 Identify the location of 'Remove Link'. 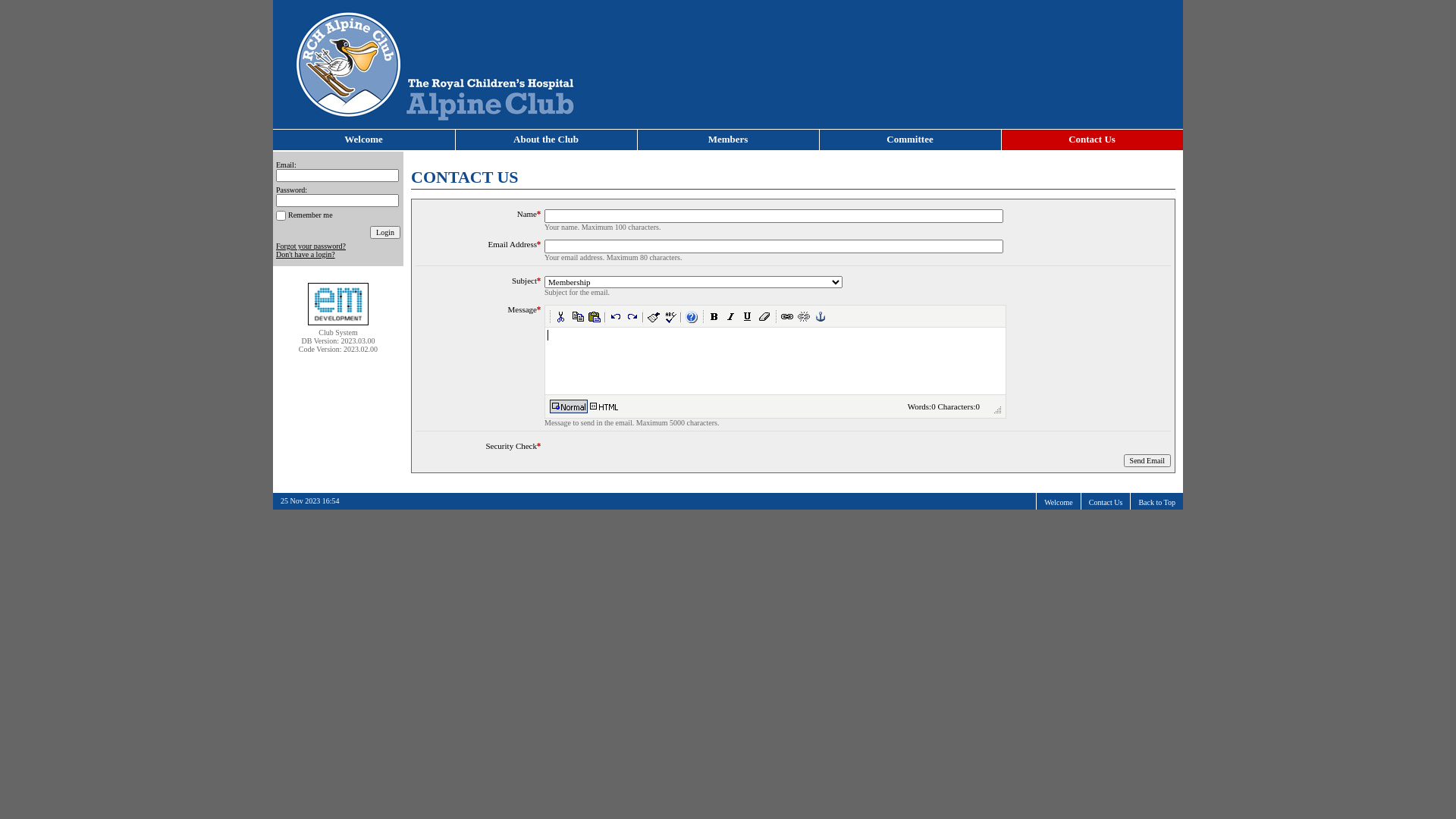
(803, 315).